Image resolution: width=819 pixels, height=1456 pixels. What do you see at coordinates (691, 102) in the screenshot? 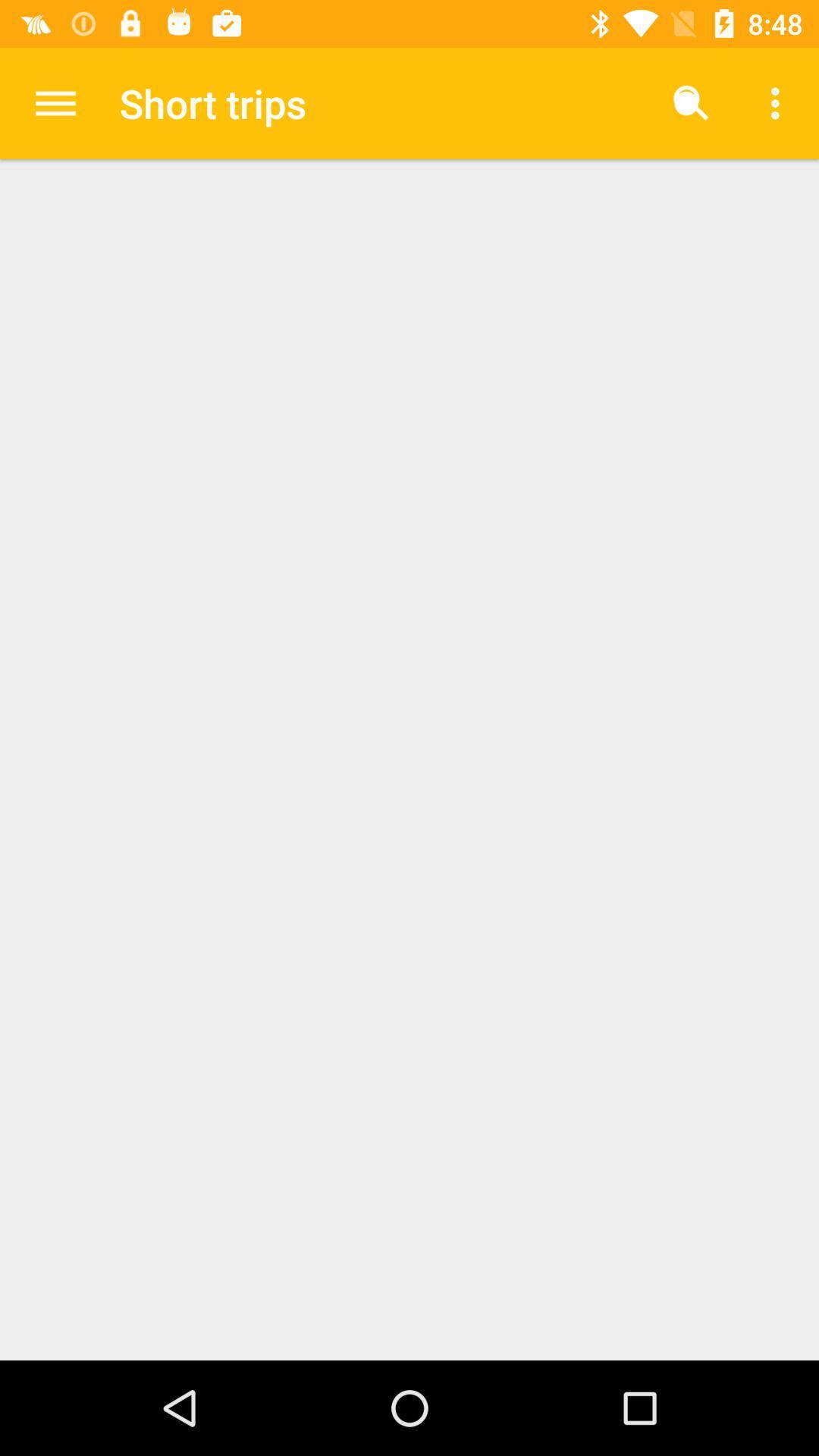
I see `the item next to short trips icon` at bounding box center [691, 102].